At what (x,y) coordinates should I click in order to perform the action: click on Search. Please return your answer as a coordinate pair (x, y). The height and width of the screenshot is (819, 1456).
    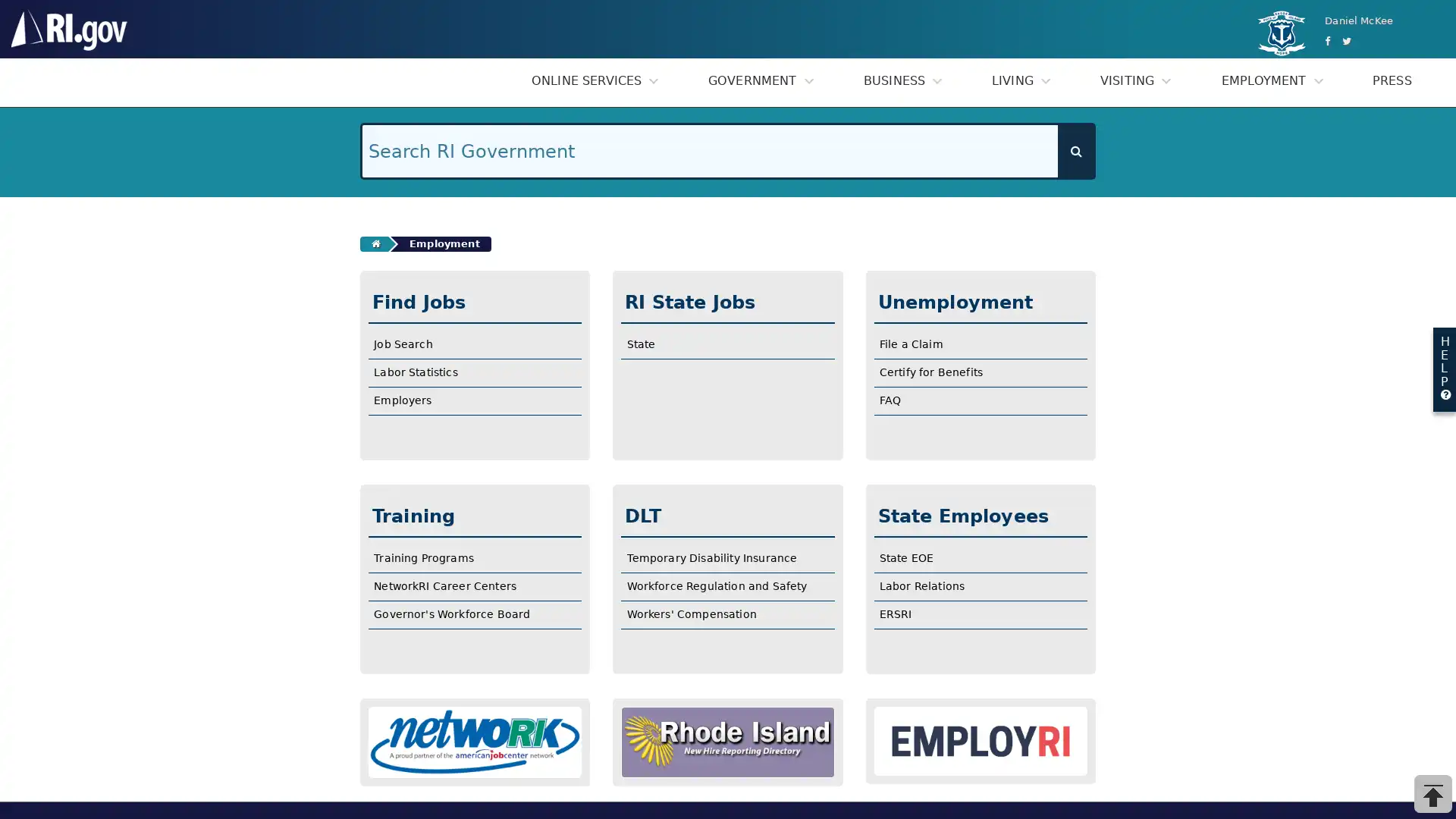
    Looking at the image, I should click on (1075, 151).